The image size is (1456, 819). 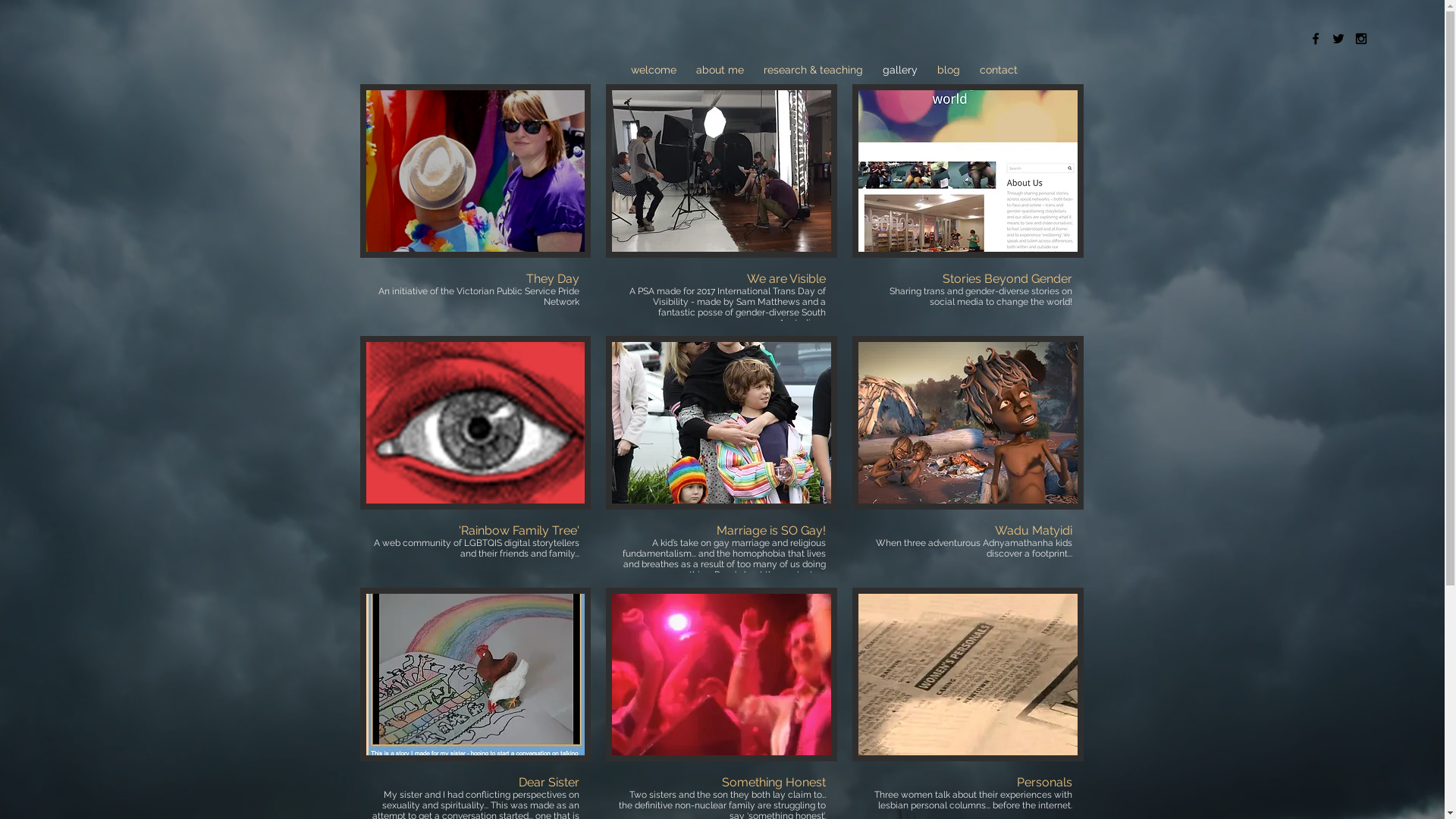 What do you see at coordinates (968, 70) in the screenshot?
I see `'contact'` at bounding box center [968, 70].